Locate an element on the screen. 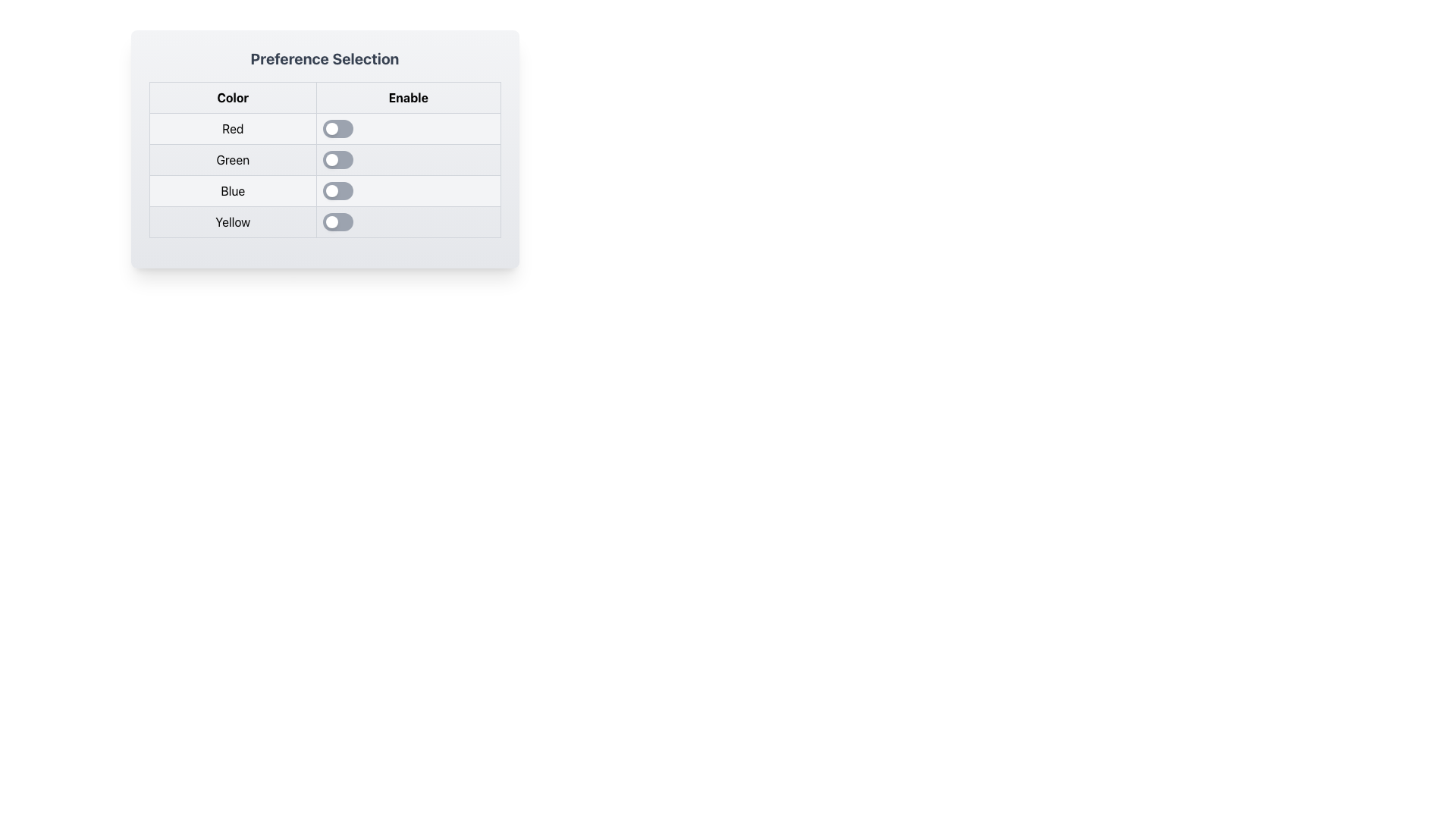  the toggle switch located in the 'Enable' column of the table under the 'Blue' row is located at coordinates (324, 187).